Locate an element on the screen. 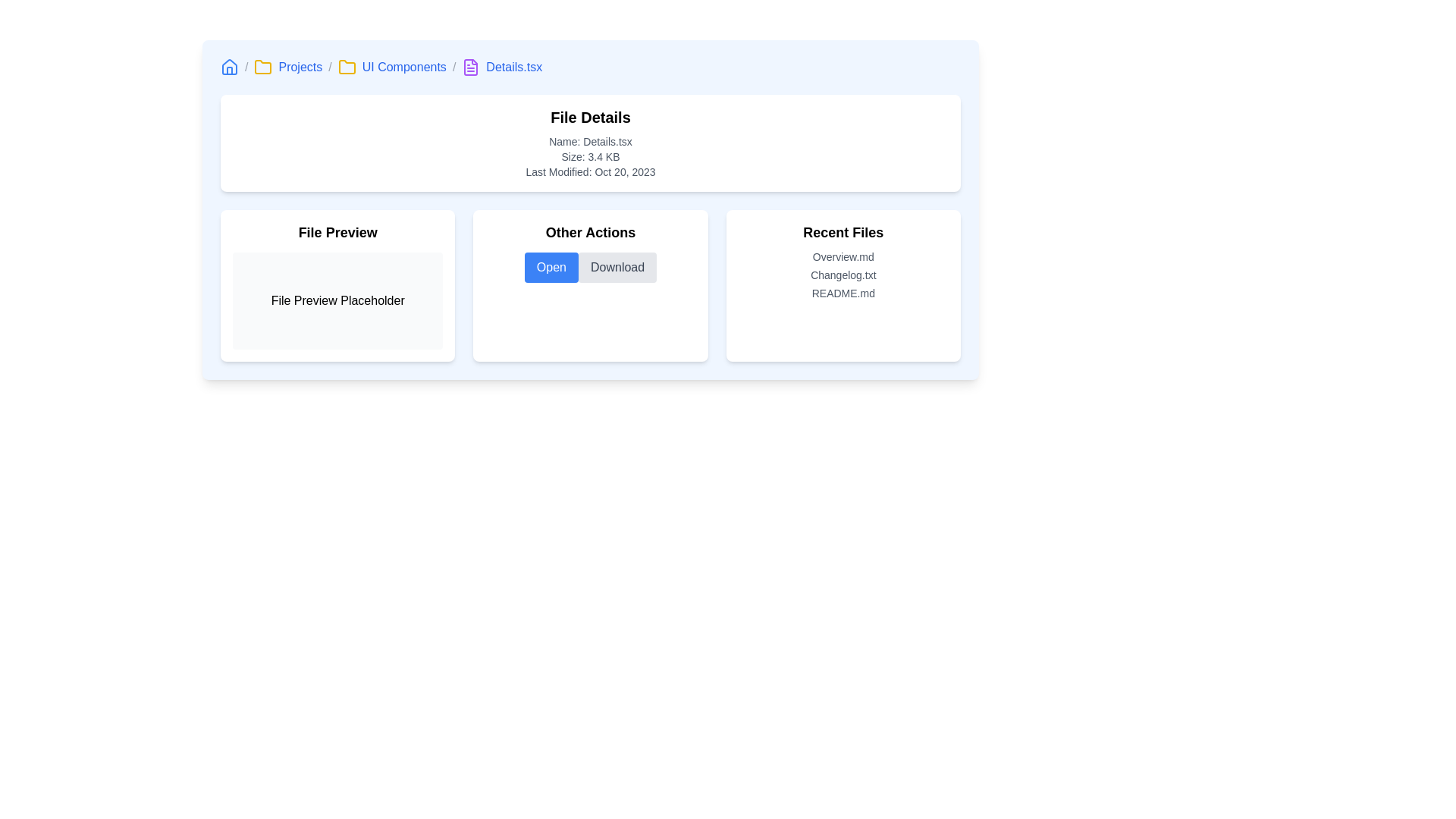  the gray '/' separator in the breadcrumb navigation bar located between 'Projects' and 'UI Components' is located at coordinates (329, 66).